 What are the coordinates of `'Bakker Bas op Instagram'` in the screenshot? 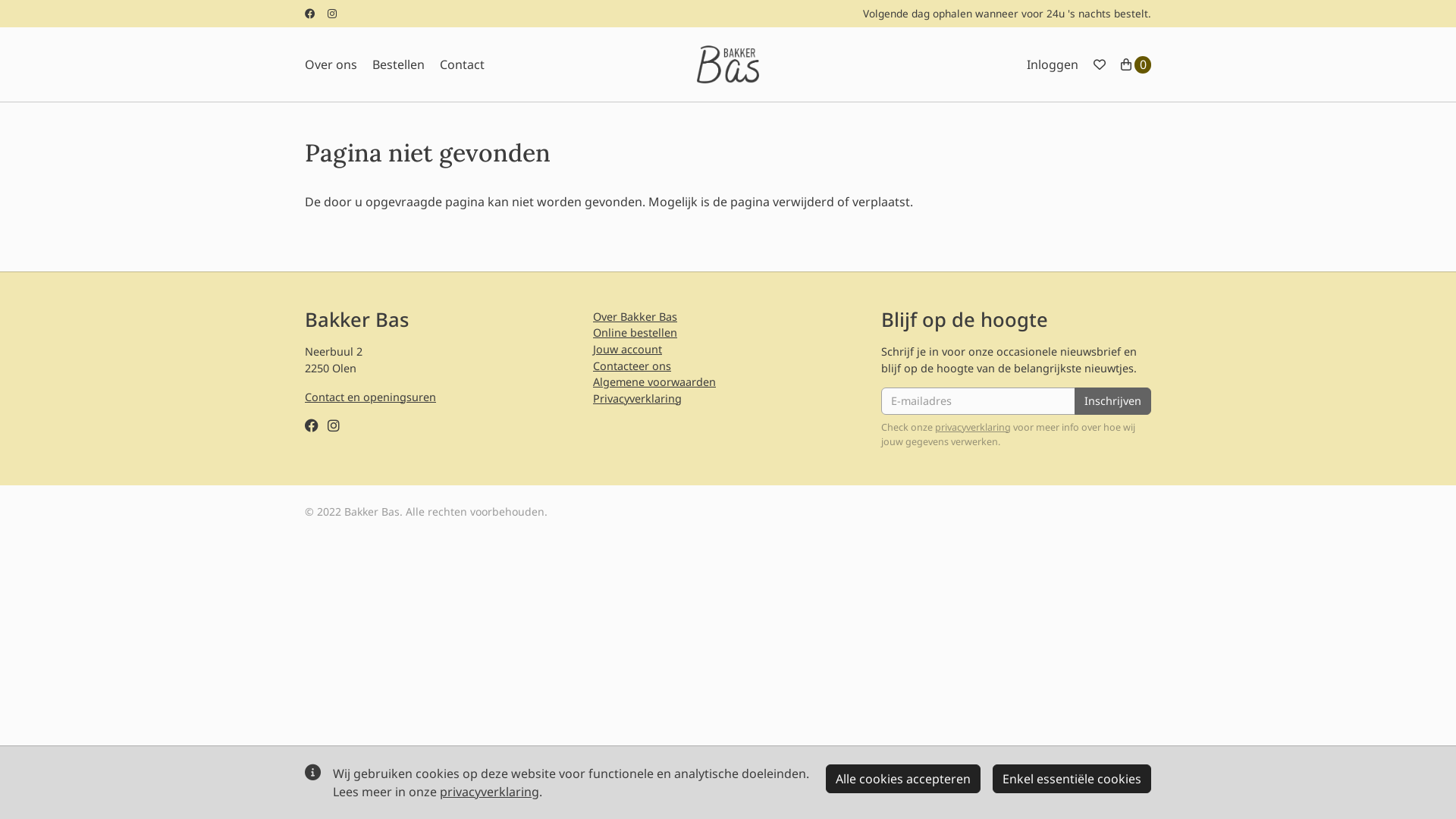 It's located at (327, 14).